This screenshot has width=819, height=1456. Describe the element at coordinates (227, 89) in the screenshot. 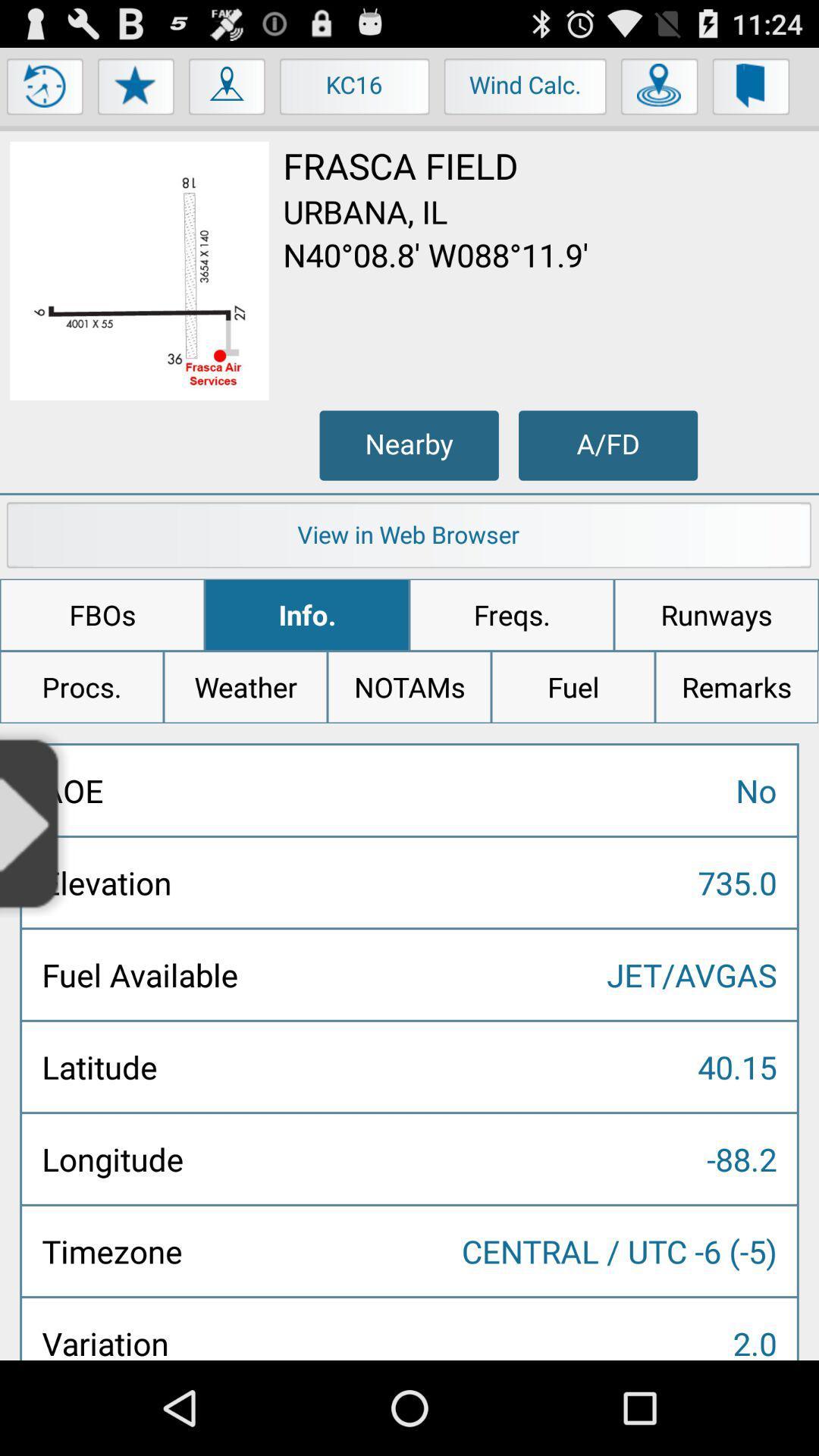

I see `my location` at that location.